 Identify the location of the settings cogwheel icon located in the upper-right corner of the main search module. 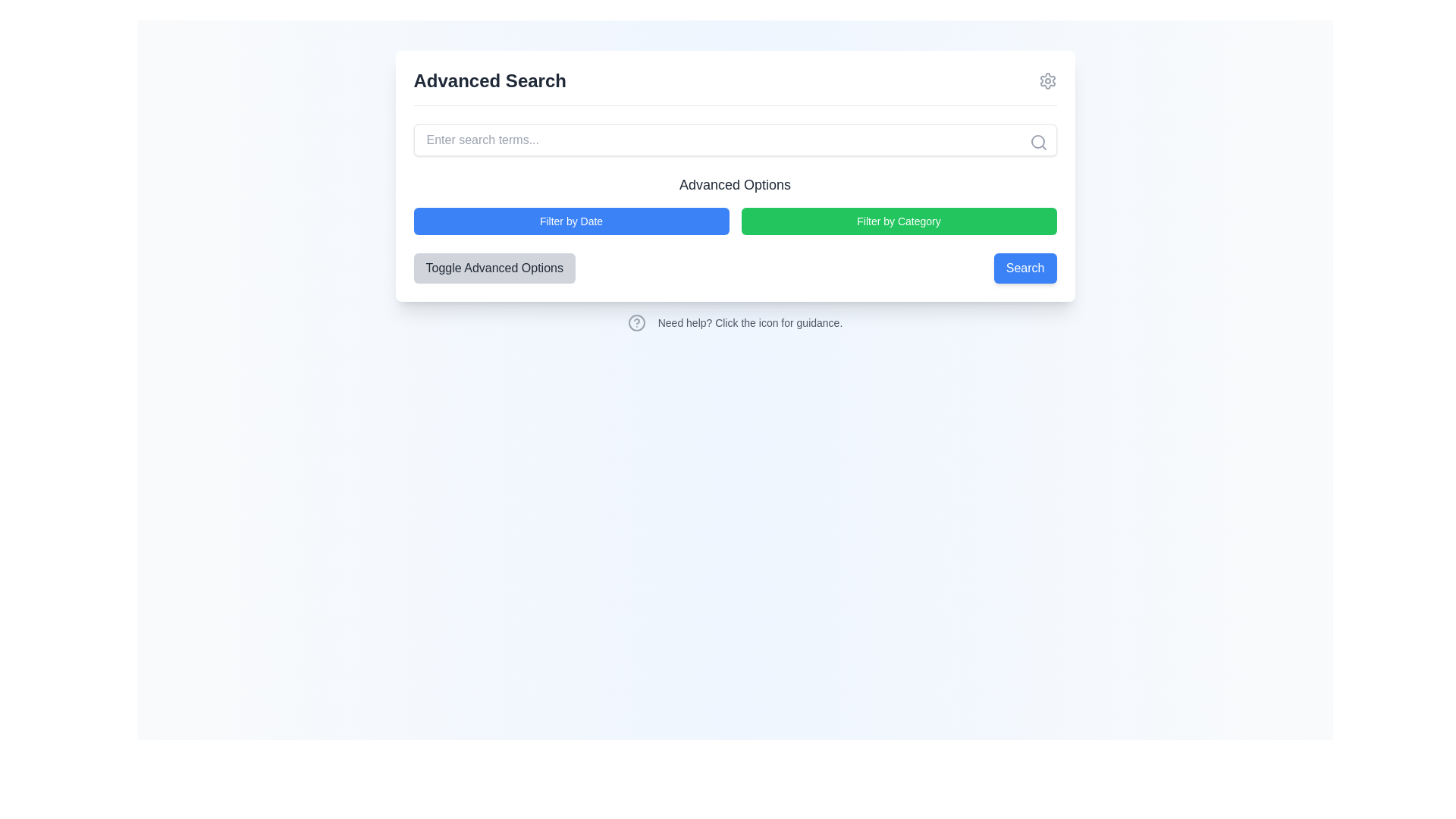
(1046, 81).